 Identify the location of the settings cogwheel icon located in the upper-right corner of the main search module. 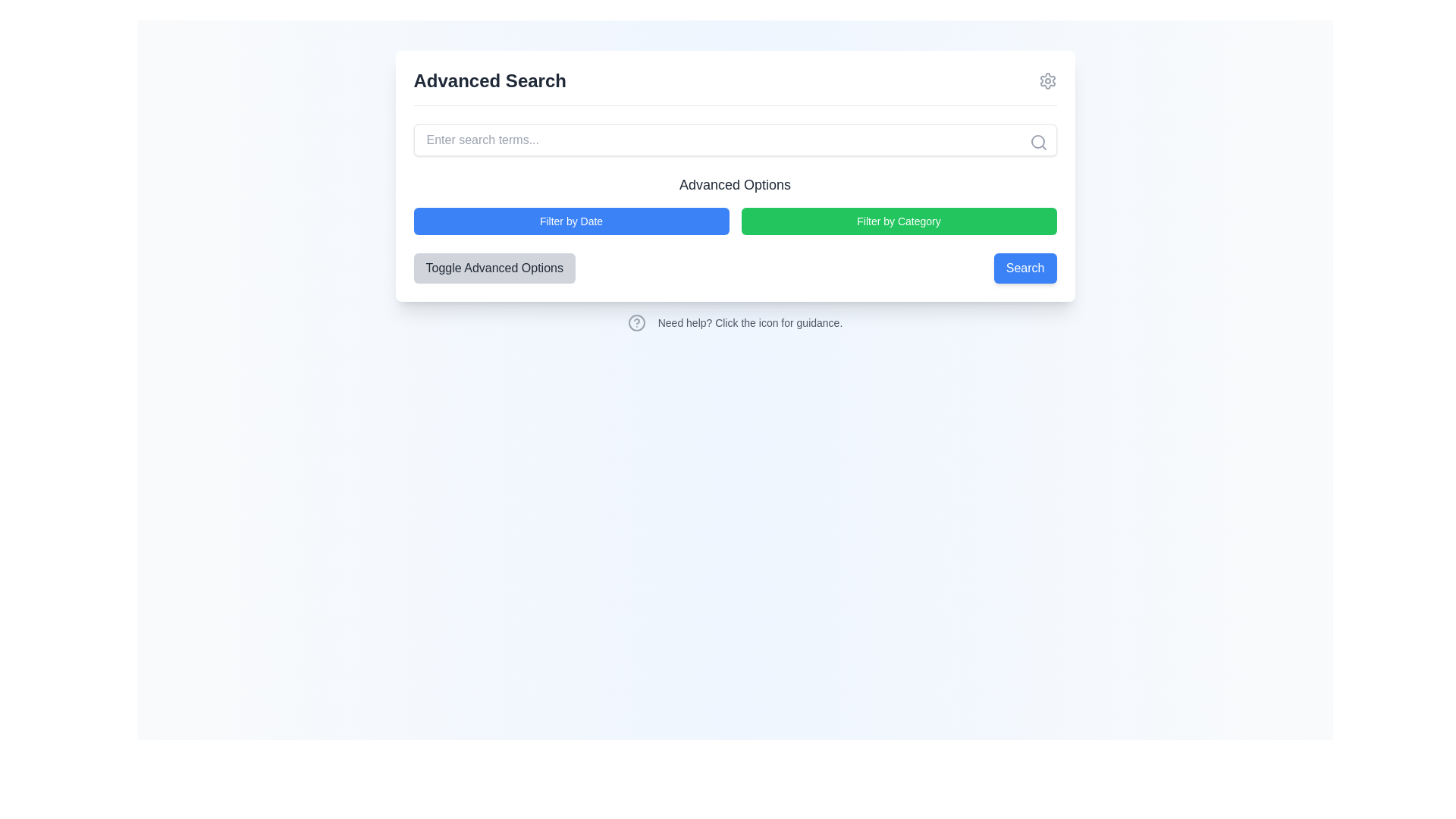
(1046, 81).